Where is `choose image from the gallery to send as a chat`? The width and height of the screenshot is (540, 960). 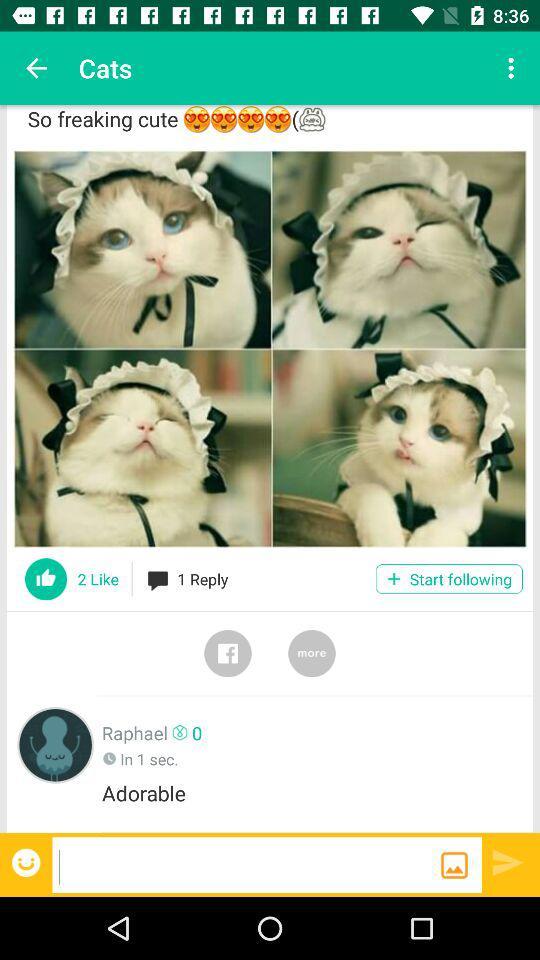 choose image from the gallery to send as a chat is located at coordinates (454, 864).